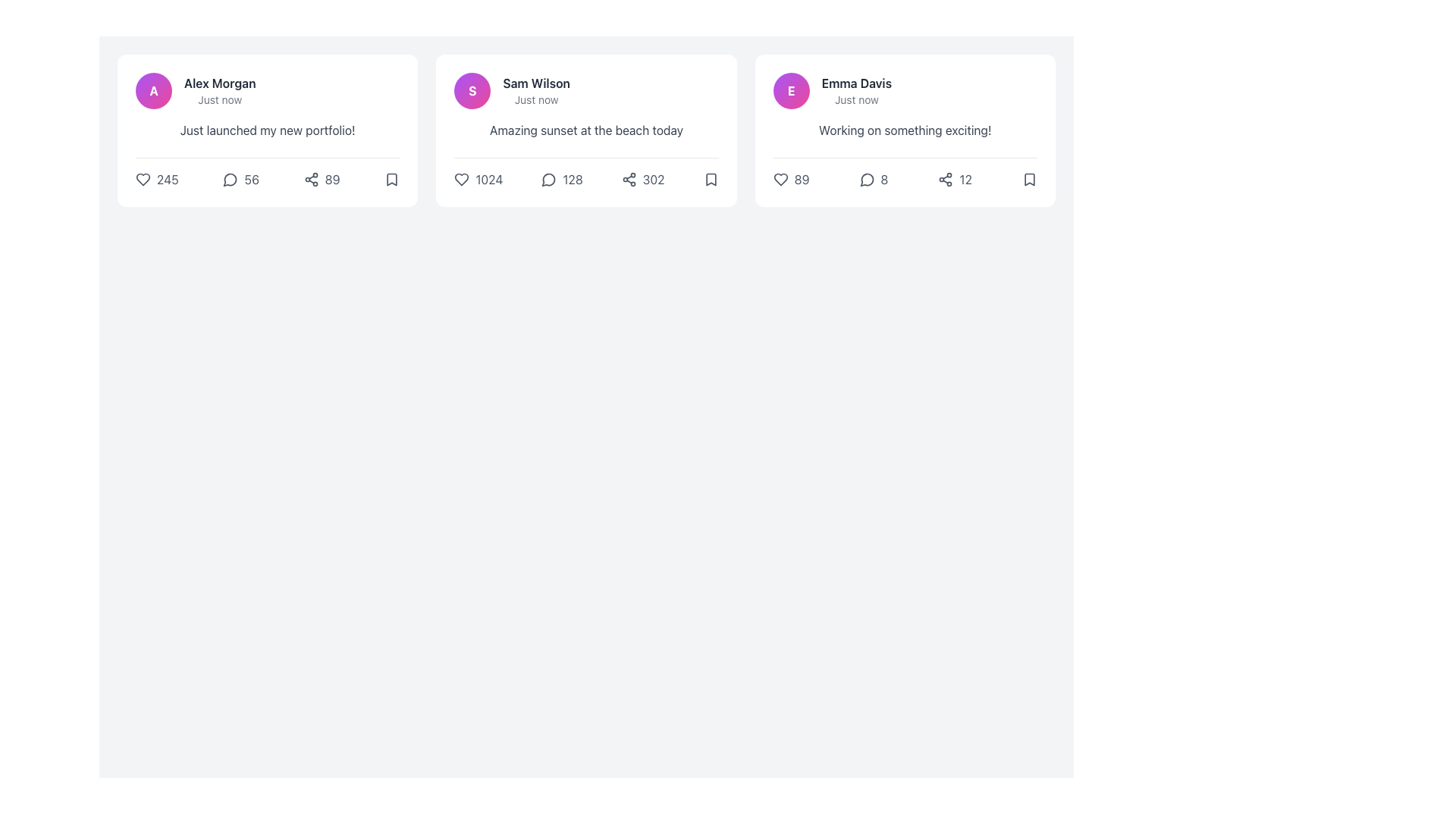  I want to click on the interactive text element displaying the numeric indicator '8' adjacent to the message bubble icon located at the bottom section of the third card on the right, so click(874, 178).